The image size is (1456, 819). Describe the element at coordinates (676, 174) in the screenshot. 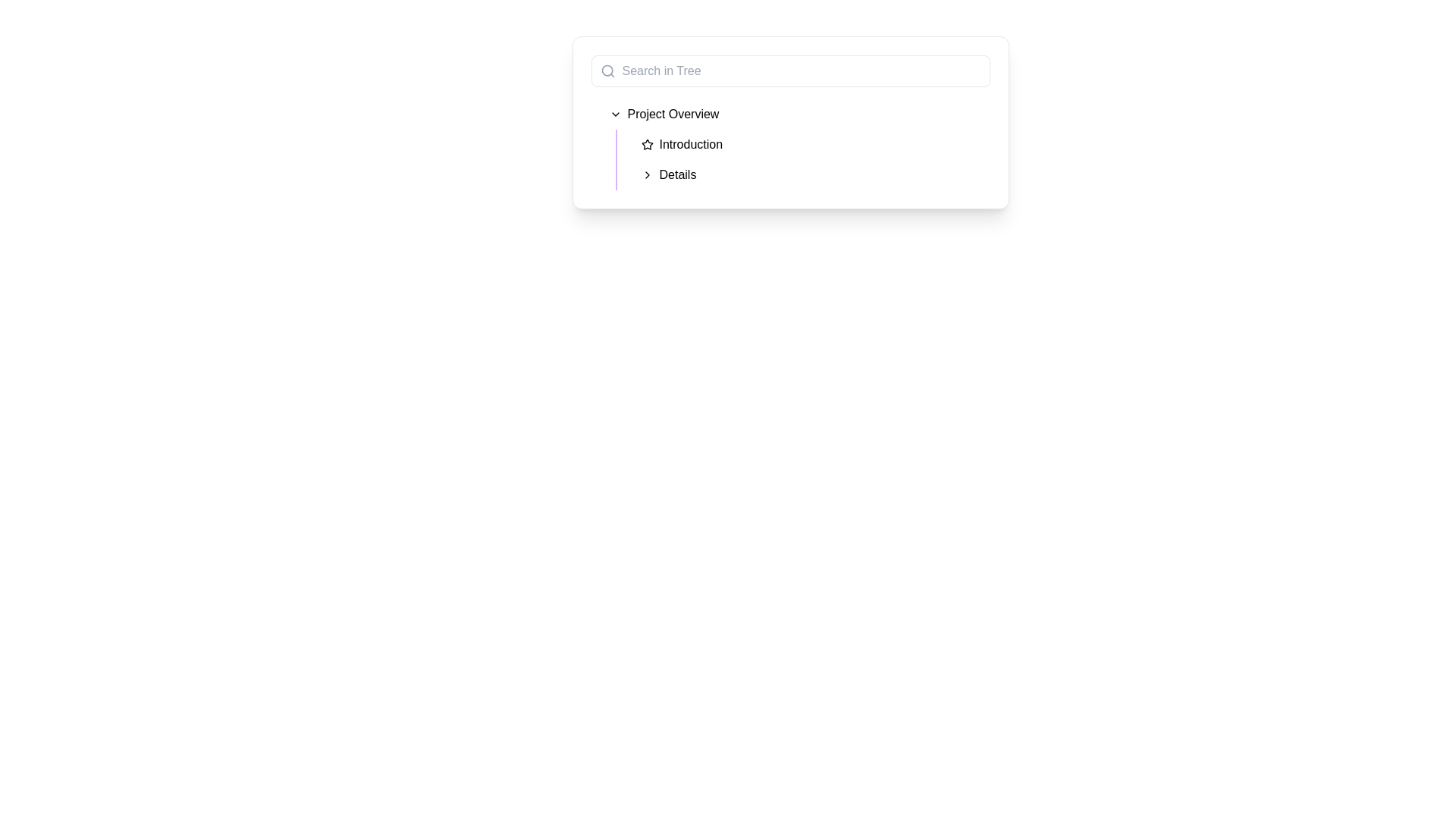

I see `the 'Details' clickable text label located under the 'Project Overview' section, positioned` at that location.